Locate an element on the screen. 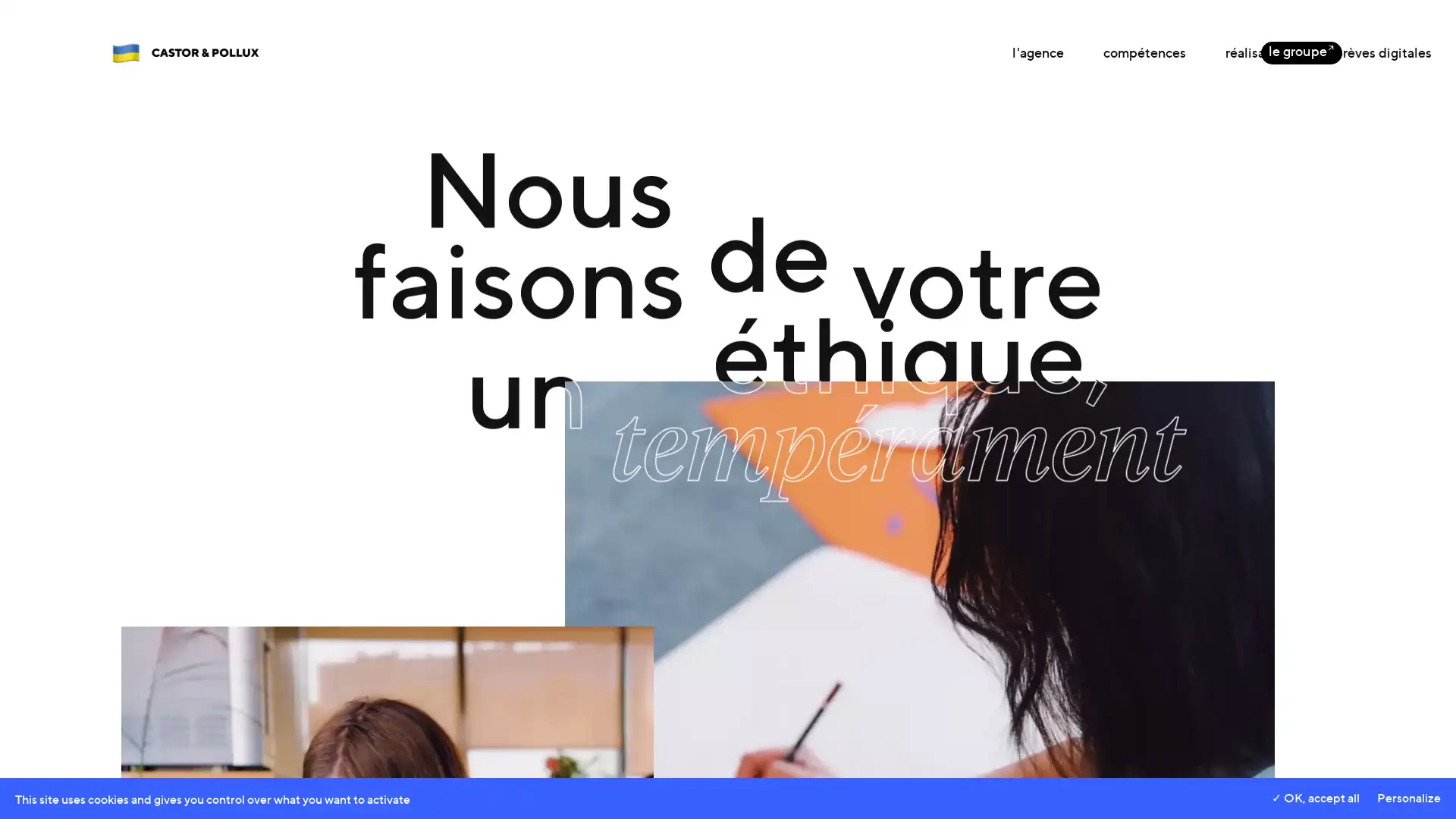  OK, accept all is located at coordinates (1314, 795).